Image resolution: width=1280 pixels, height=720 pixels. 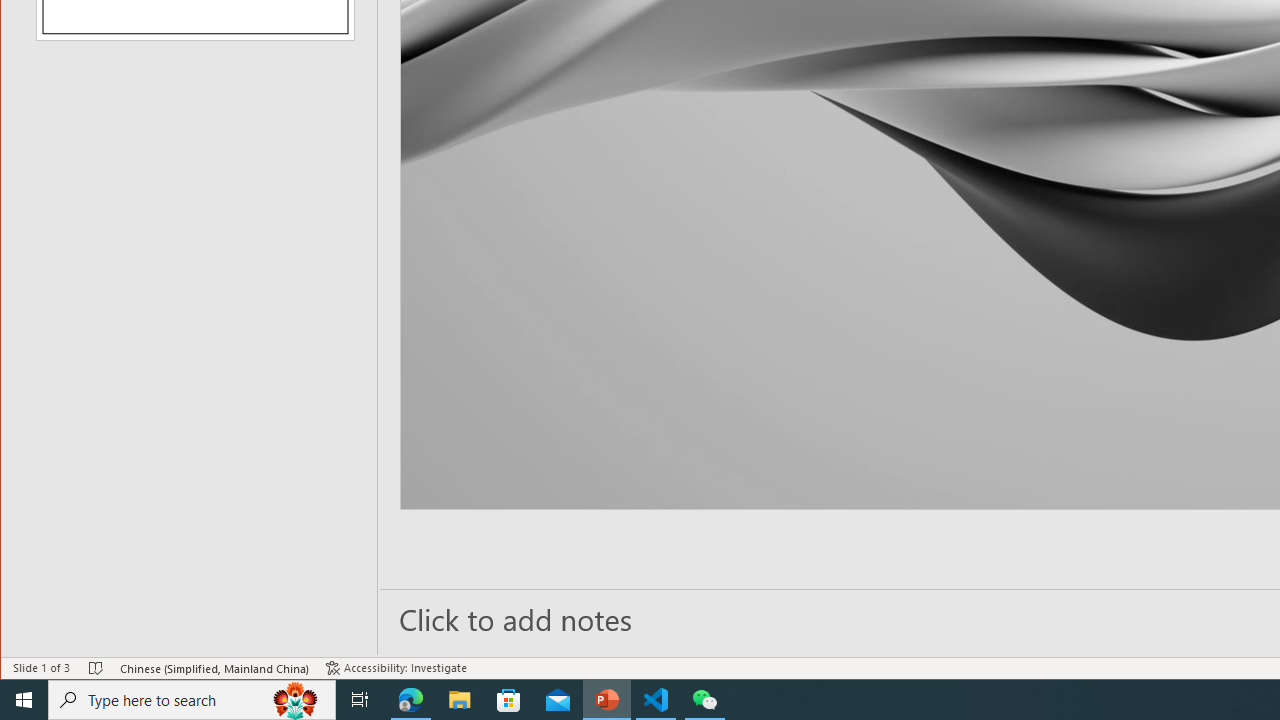 What do you see at coordinates (359, 698) in the screenshot?
I see `'Task View'` at bounding box center [359, 698].